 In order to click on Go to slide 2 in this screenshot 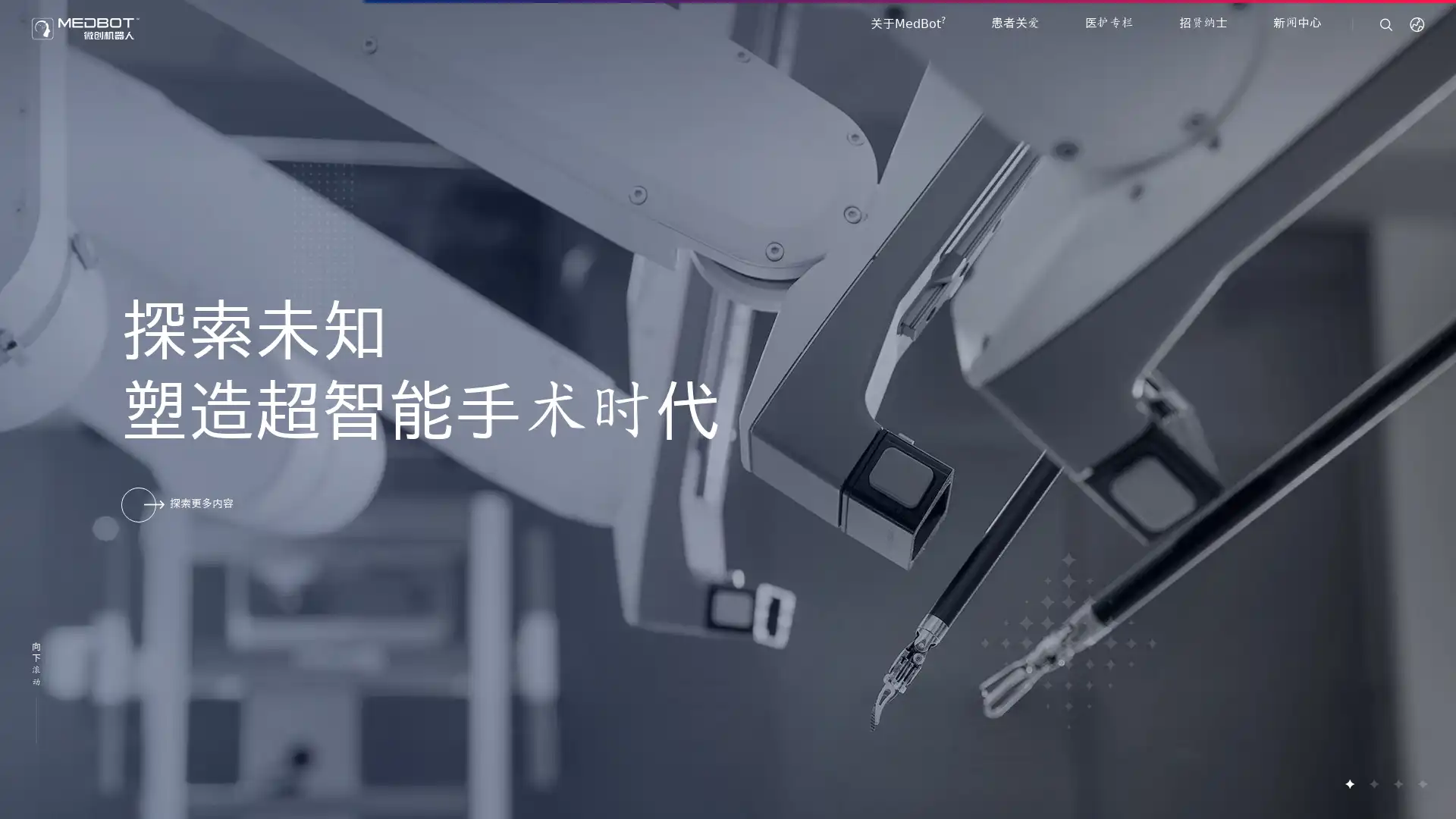, I will do `click(1373, 783)`.